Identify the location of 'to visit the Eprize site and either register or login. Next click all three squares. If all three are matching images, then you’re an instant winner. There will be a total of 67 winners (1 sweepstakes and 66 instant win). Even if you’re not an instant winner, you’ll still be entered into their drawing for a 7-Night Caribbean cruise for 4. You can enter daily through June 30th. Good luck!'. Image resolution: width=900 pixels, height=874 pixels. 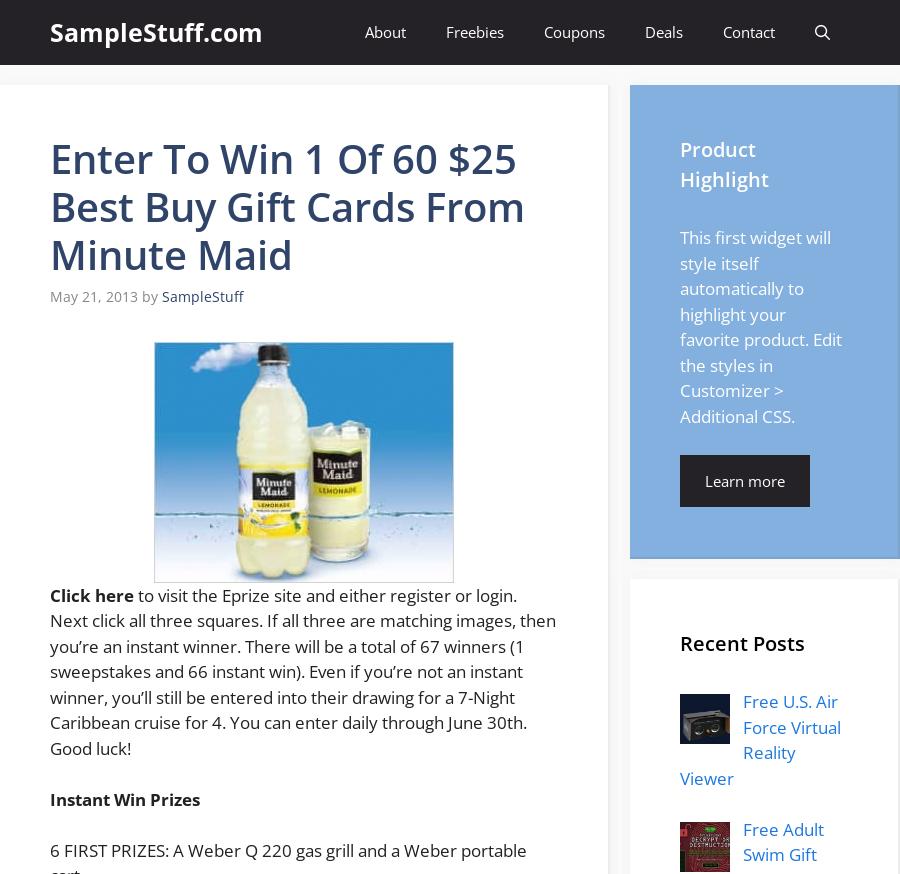
(302, 670).